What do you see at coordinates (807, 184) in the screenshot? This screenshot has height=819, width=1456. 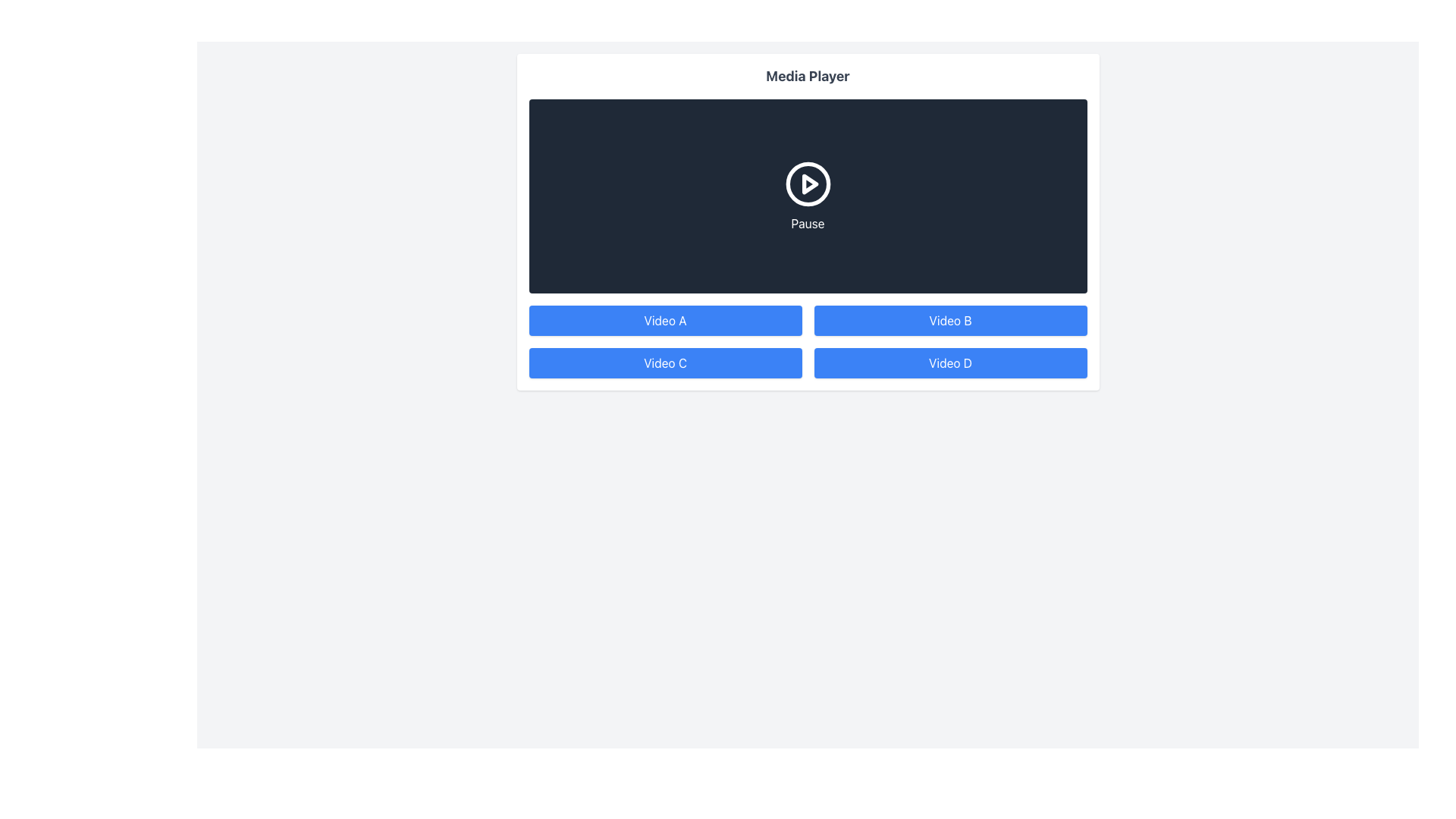 I see `the Circular Outline that frames the central play button in the media player's interface` at bounding box center [807, 184].